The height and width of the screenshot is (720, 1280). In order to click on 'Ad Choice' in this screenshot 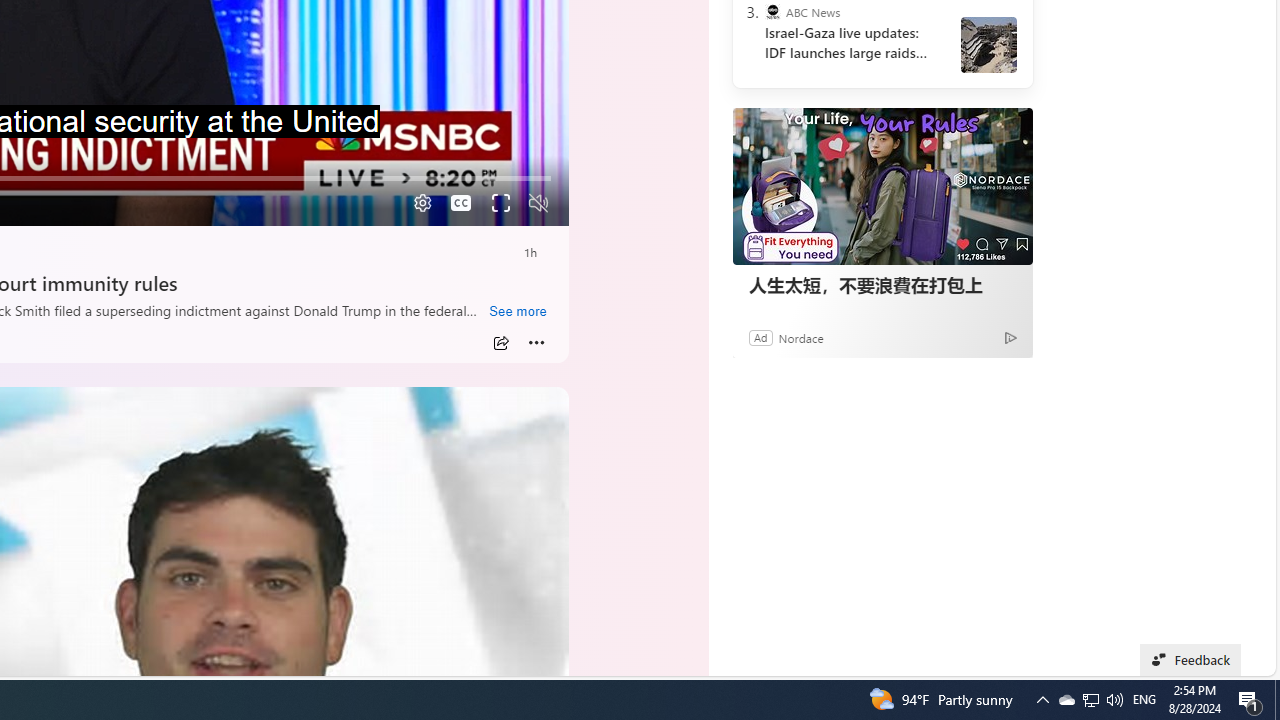, I will do `click(1011, 336)`.